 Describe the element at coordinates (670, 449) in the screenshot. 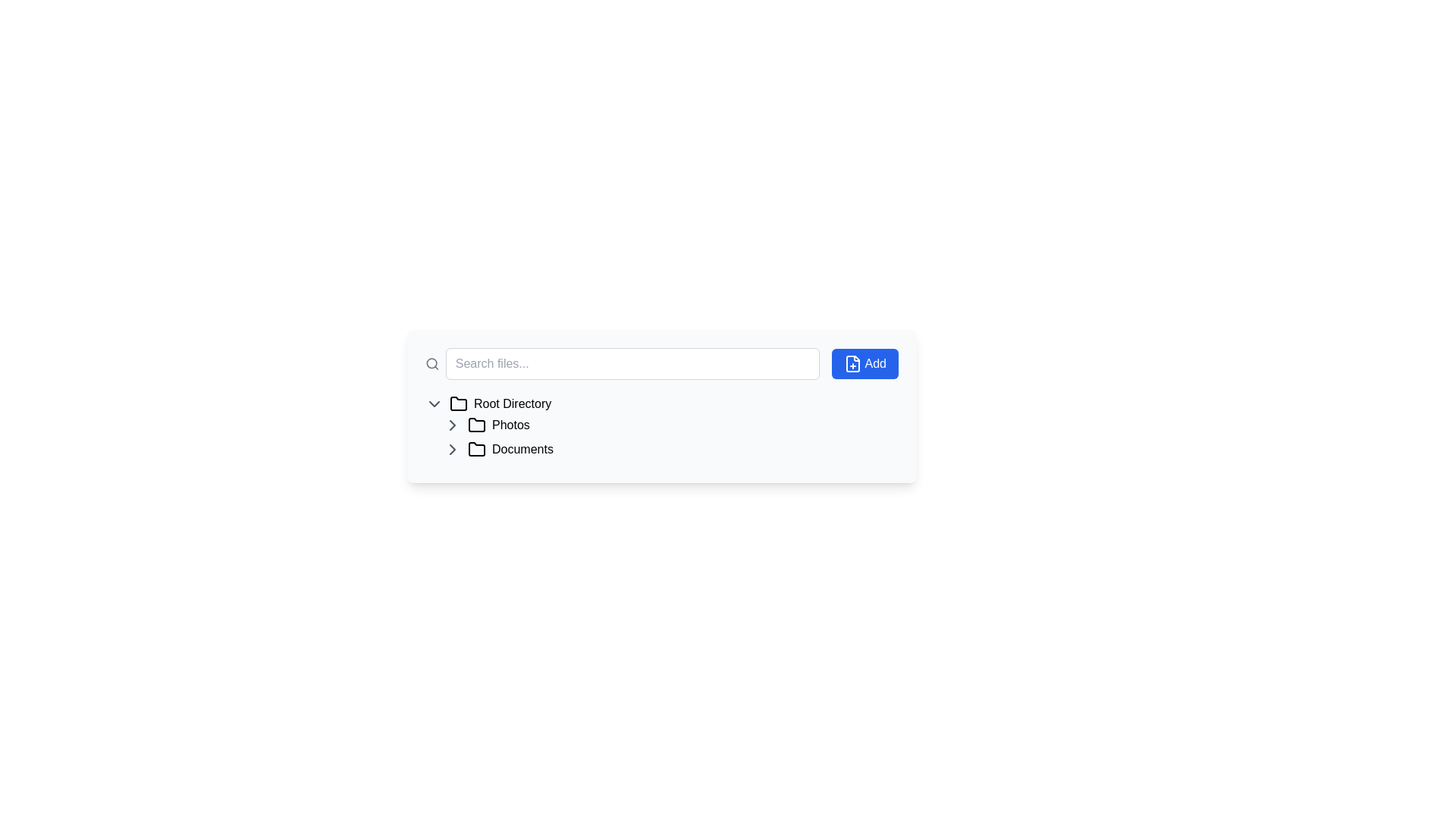

I see `the 'Documents' folder component in the file navigation interface` at that location.